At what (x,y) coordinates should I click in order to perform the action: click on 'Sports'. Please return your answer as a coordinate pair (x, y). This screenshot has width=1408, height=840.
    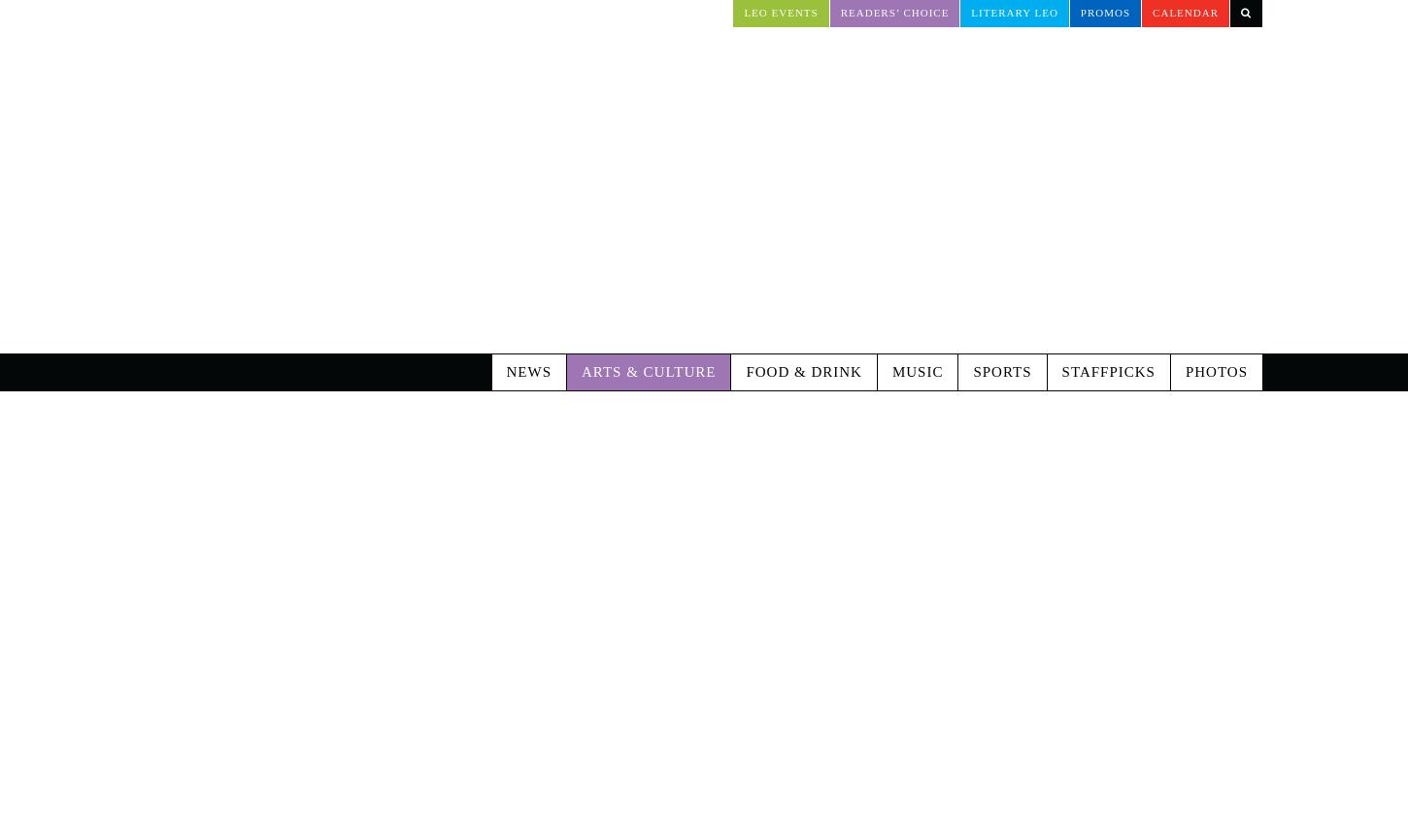
    Looking at the image, I should click on (972, 290).